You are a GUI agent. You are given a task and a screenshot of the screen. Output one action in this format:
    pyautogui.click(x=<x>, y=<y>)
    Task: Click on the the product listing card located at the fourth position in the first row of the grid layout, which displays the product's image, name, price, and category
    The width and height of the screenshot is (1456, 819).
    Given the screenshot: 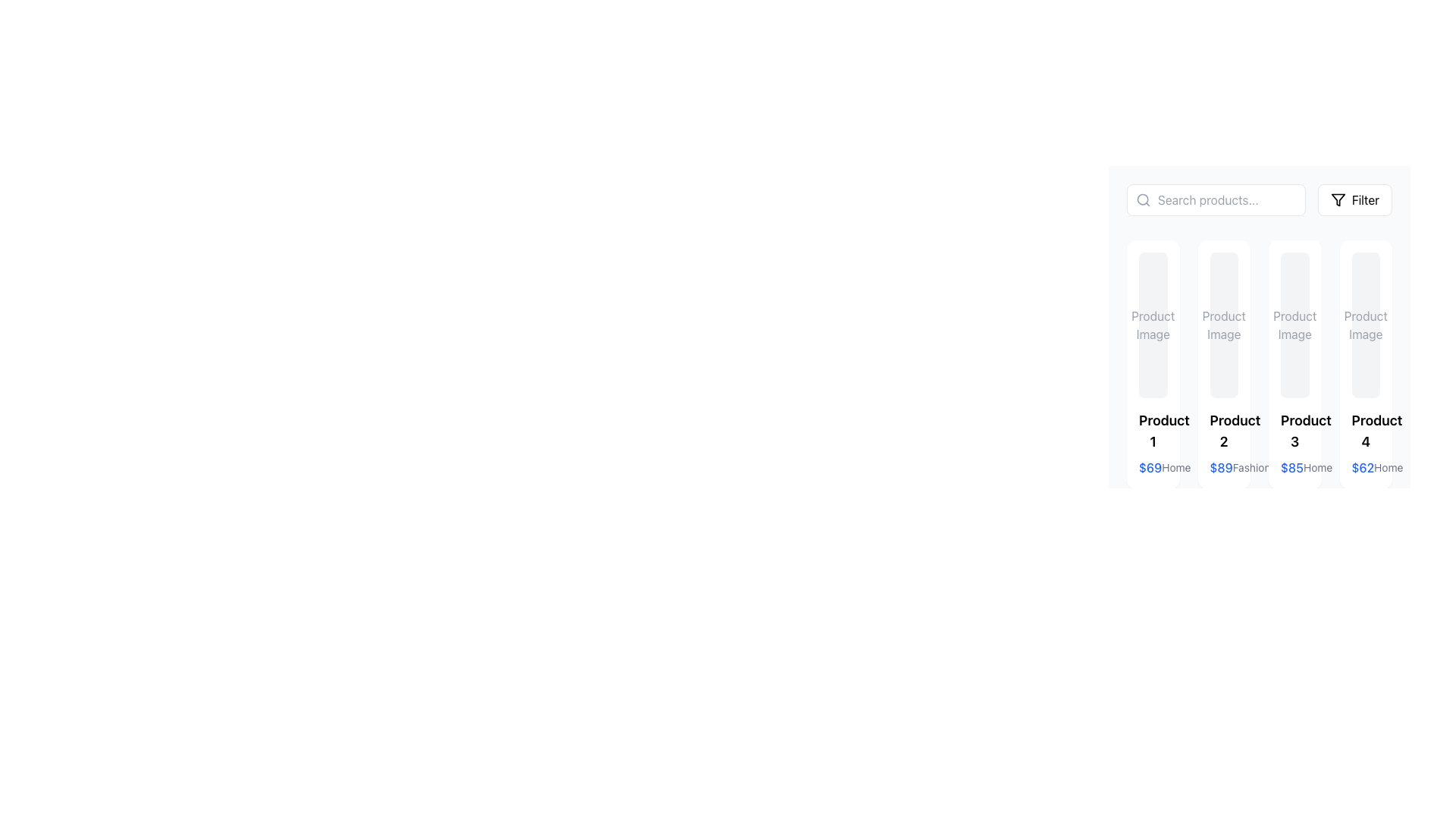 What is the action you would take?
    pyautogui.click(x=1366, y=365)
    